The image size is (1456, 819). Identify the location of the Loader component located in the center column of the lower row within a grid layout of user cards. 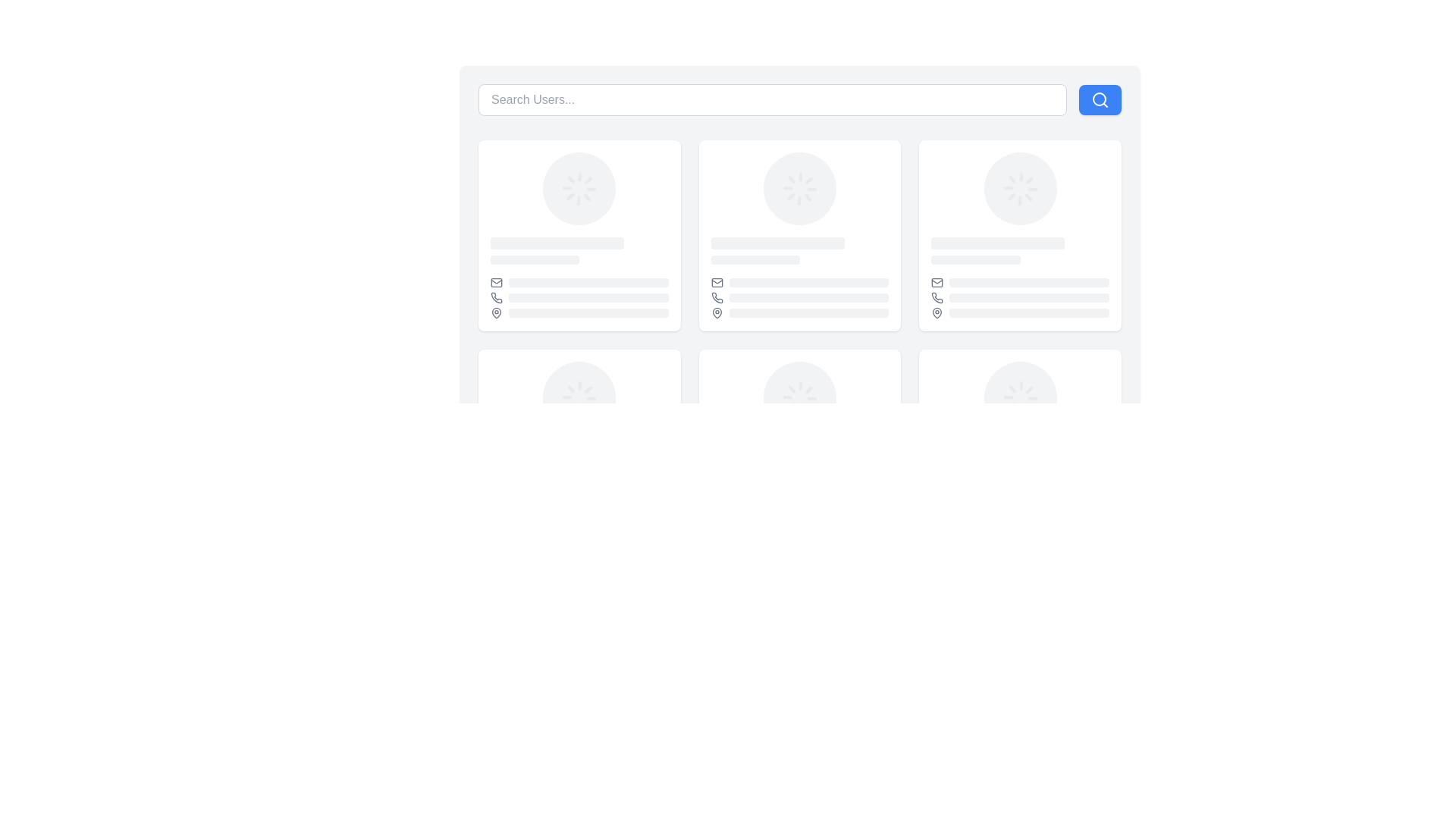
(799, 397).